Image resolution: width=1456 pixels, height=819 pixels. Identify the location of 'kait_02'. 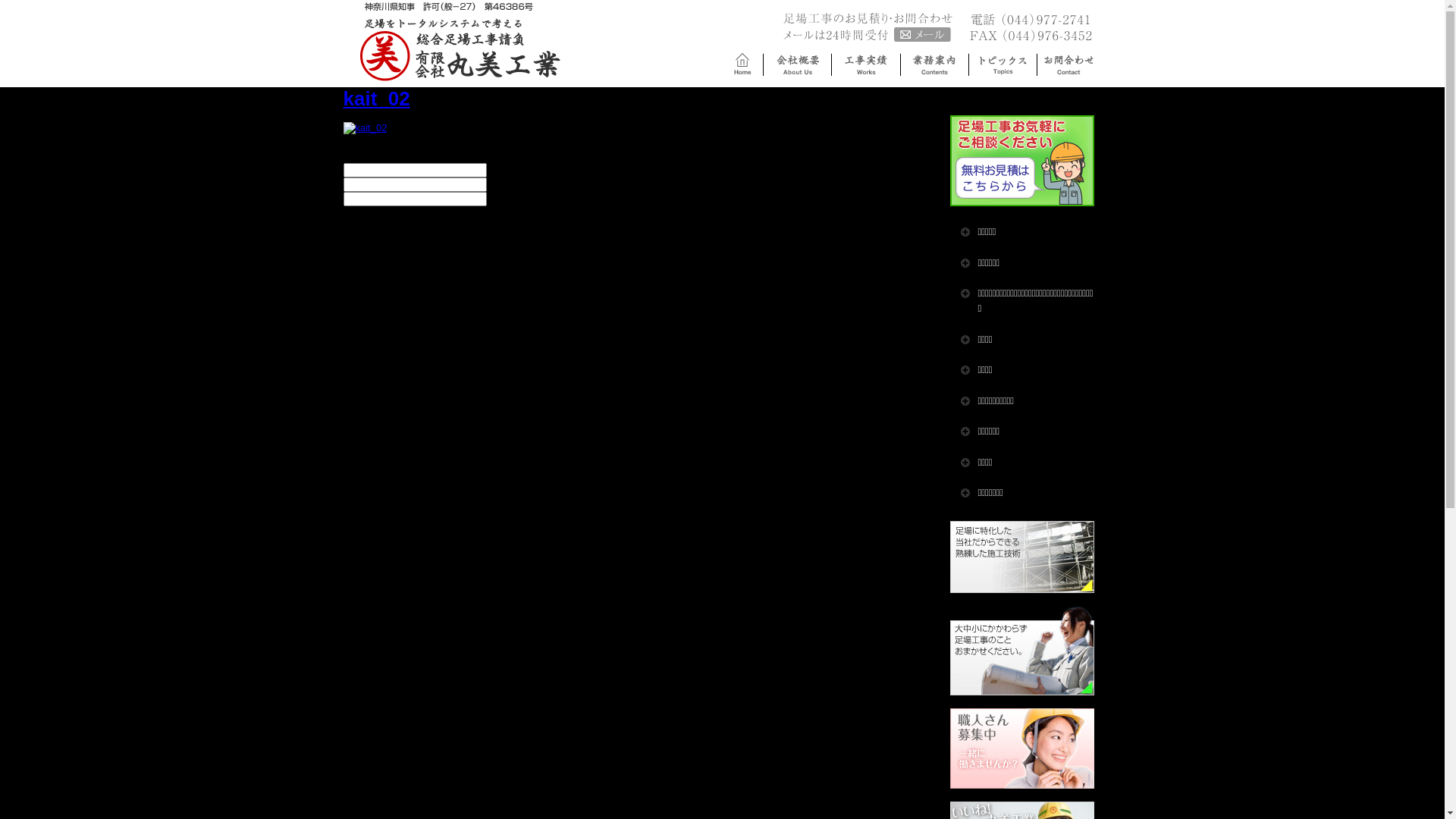
(364, 127).